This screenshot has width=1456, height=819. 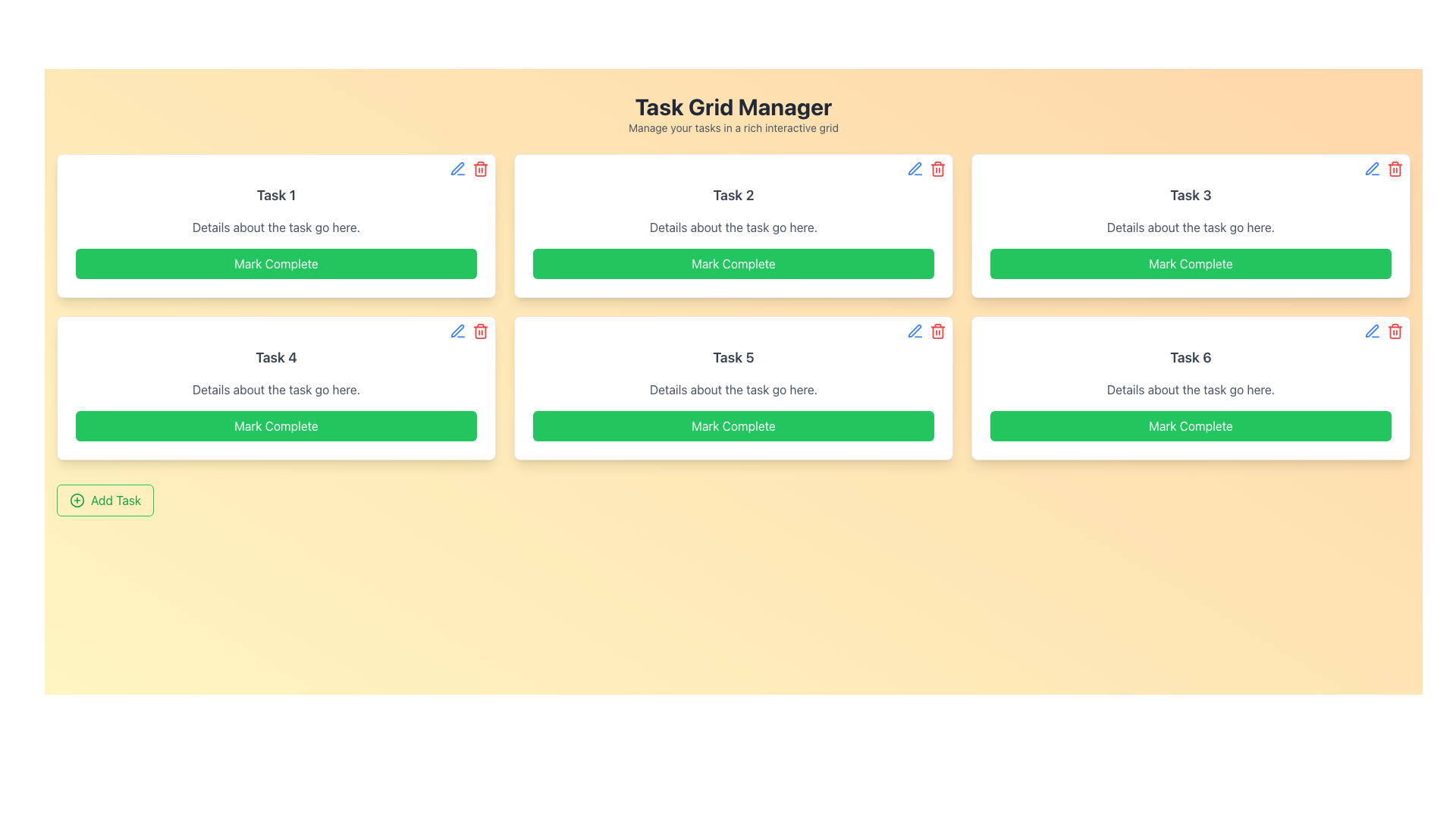 I want to click on the graphical pen icon located at the top-right corner of the task card labeled 'Task 2', so click(x=914, y=168).